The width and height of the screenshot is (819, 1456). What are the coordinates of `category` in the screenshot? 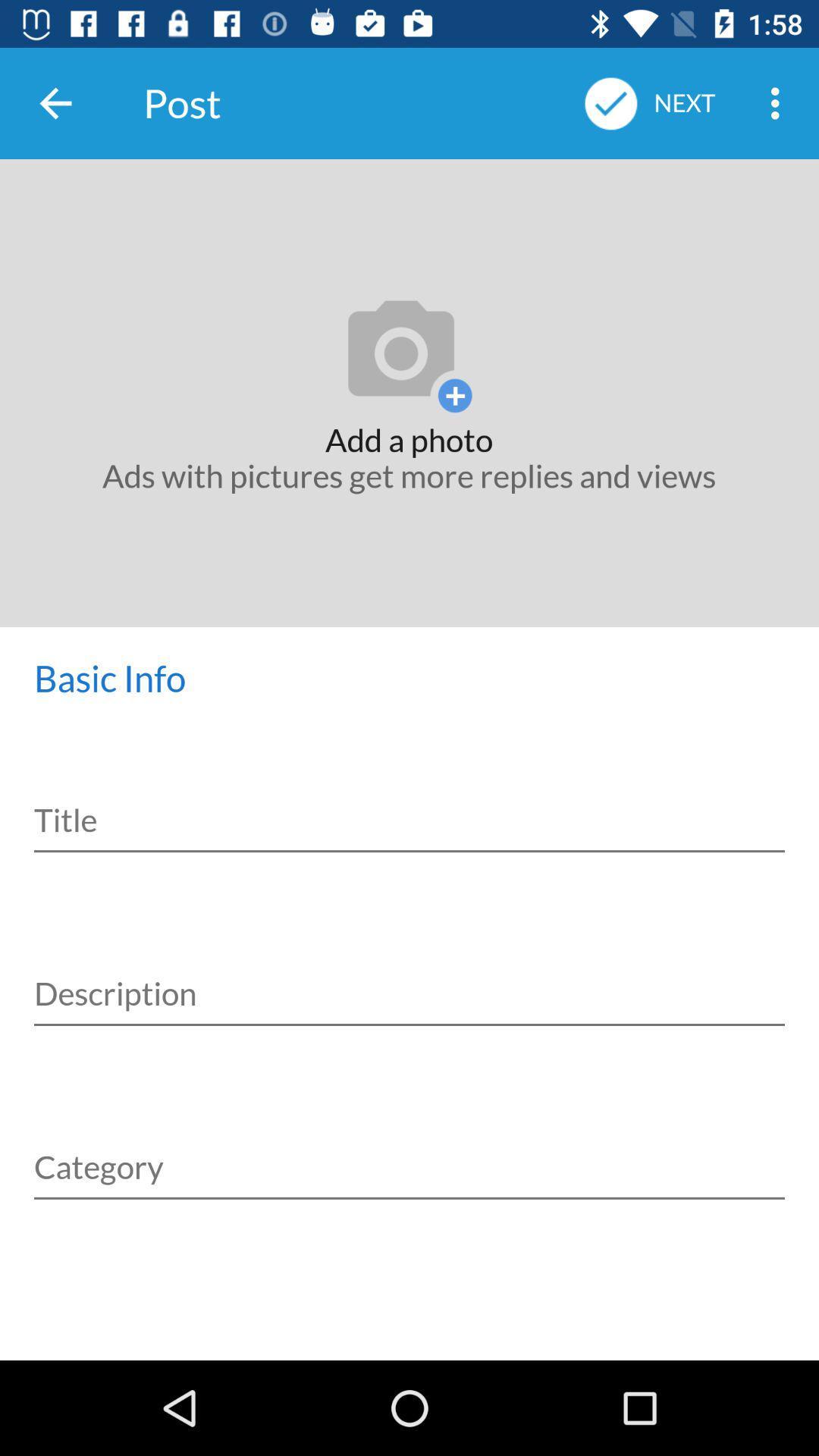 It's located at (409, 1150).